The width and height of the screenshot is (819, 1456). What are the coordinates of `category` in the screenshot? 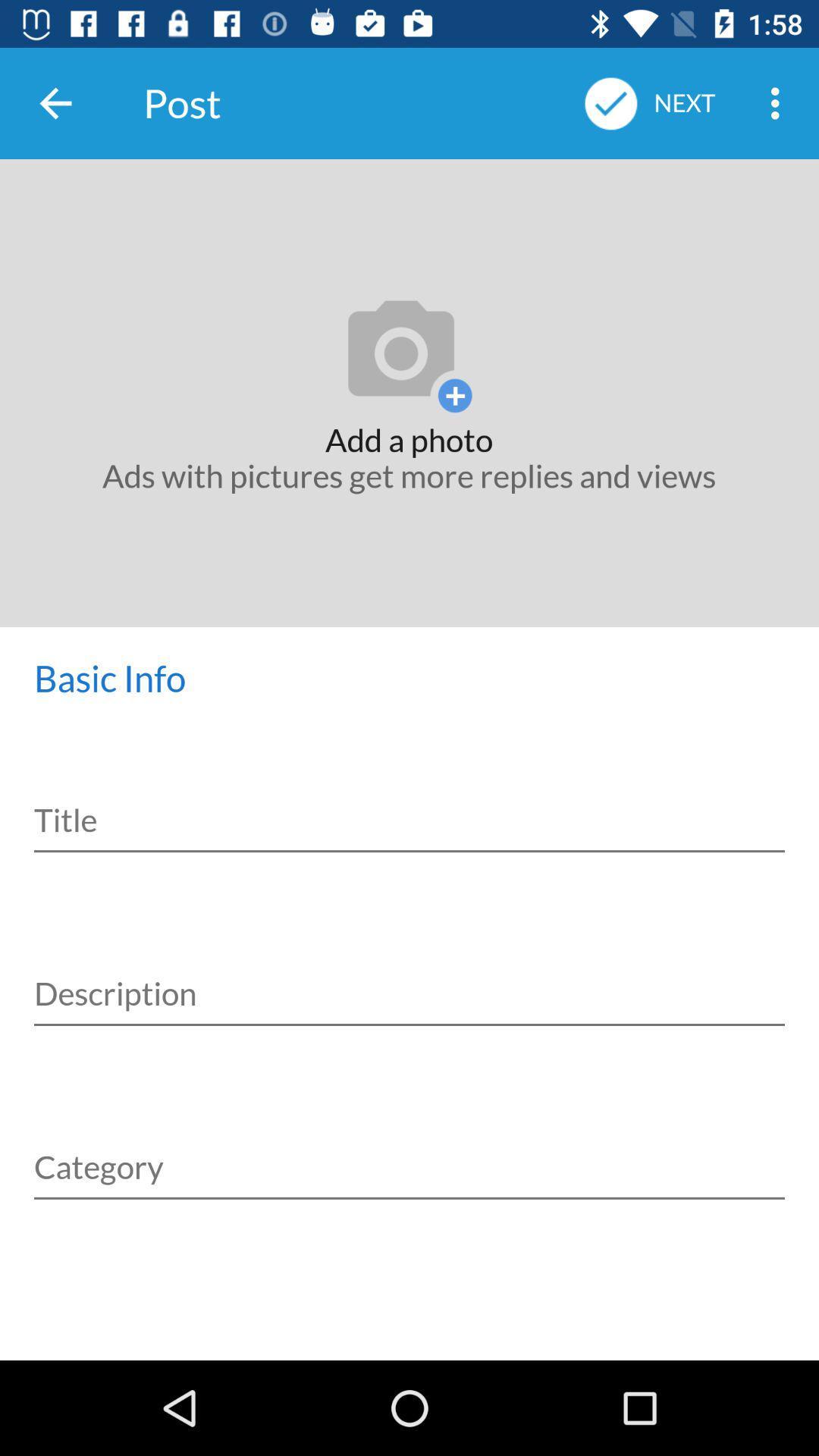 It's located at (409, 1150).